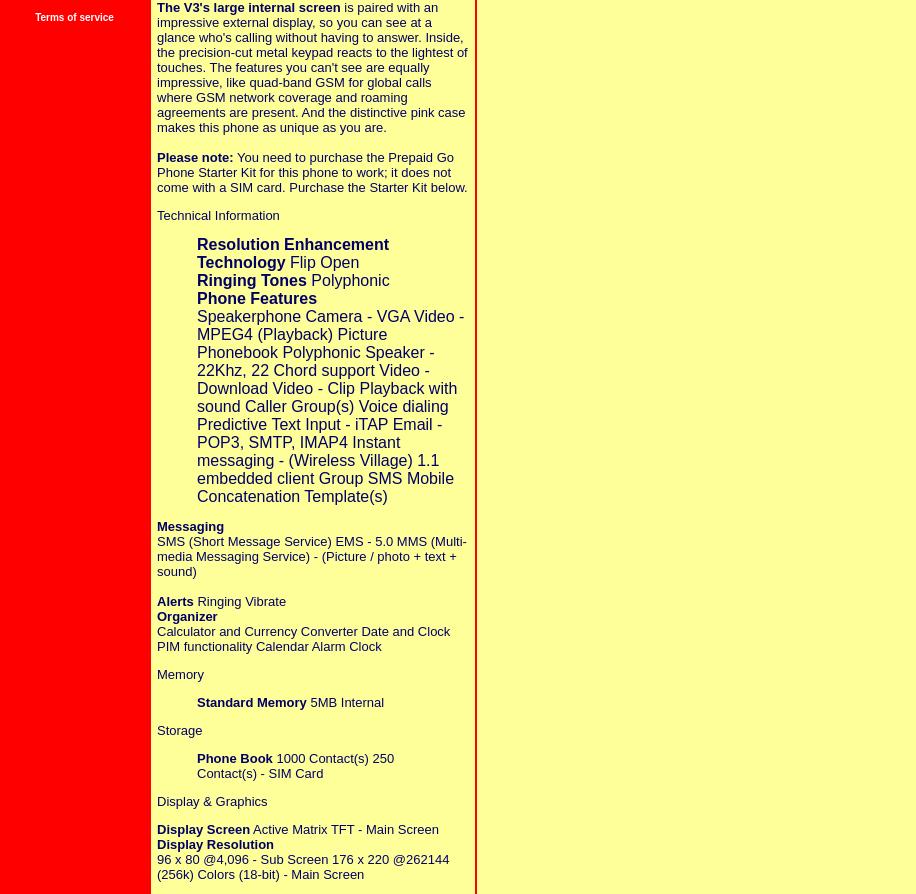 This screenshot has height=894, width=916. What do you see at coordinates (178, 728) in the screenshot?
I see `'Storage'` at bounding box center [178, 728].